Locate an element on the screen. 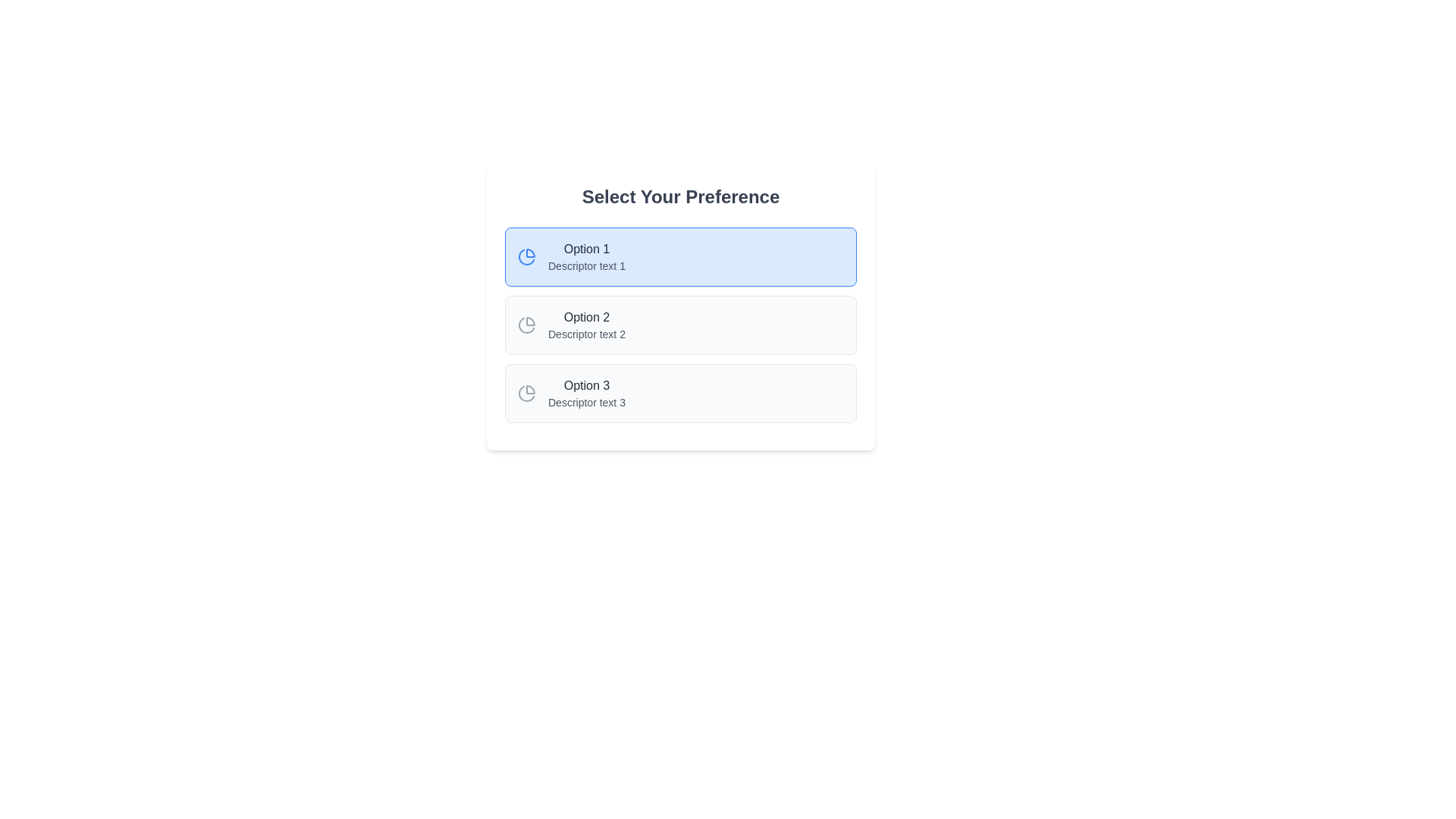 The height and width of the screenshot is (819, 1456). the title text of the second selectable option in the list, which is positioned above 'Descriptor text 2' and to the right of the clock icon is located at coordinates (585, 317).